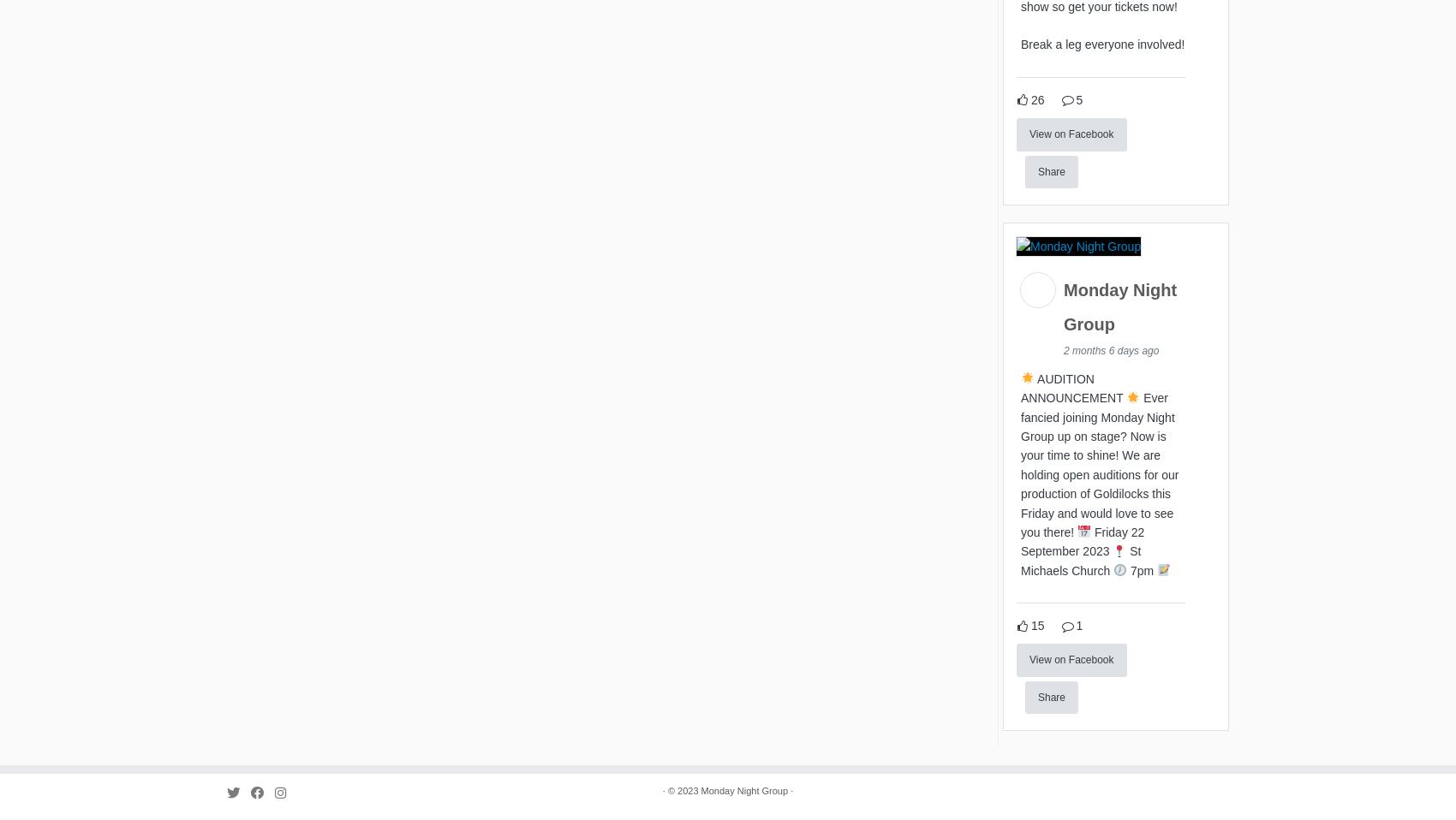 Image resolution: width=1456 pixels, height=820 pixels. I want to click on 'AUDITION ANNOUNCEMENT', so click(1072, 391).